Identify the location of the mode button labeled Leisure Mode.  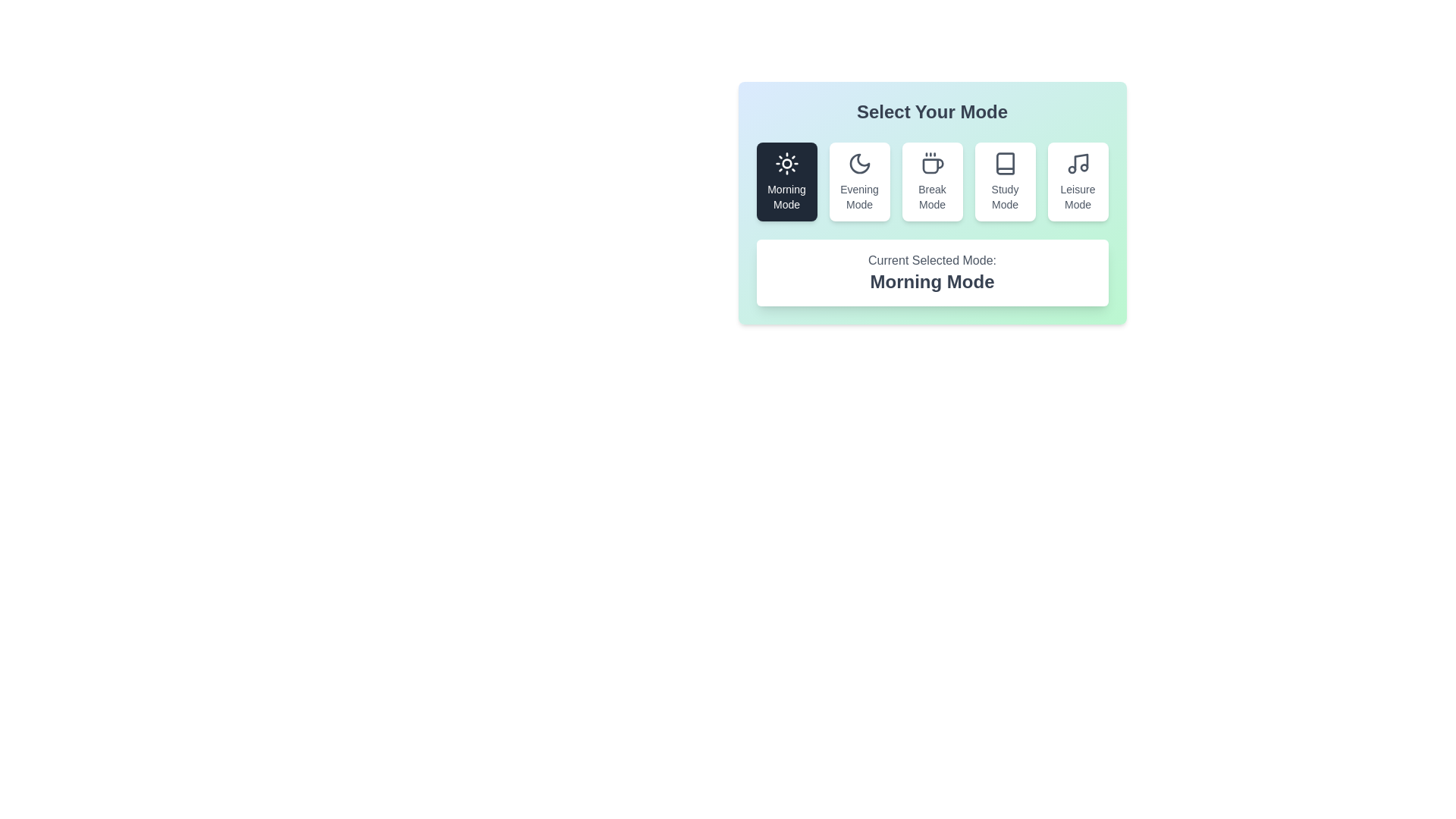
(1077, 180).